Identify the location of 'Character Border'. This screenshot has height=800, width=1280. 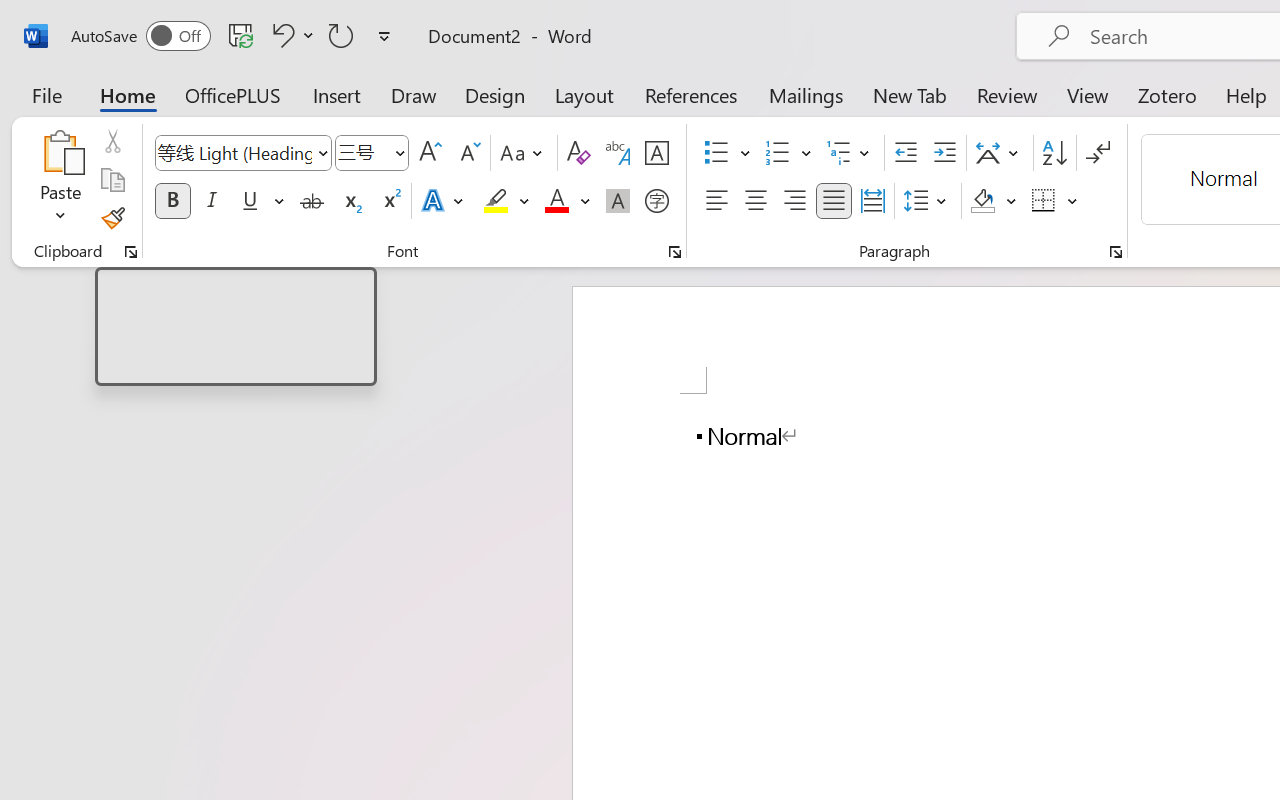
(656, 153).